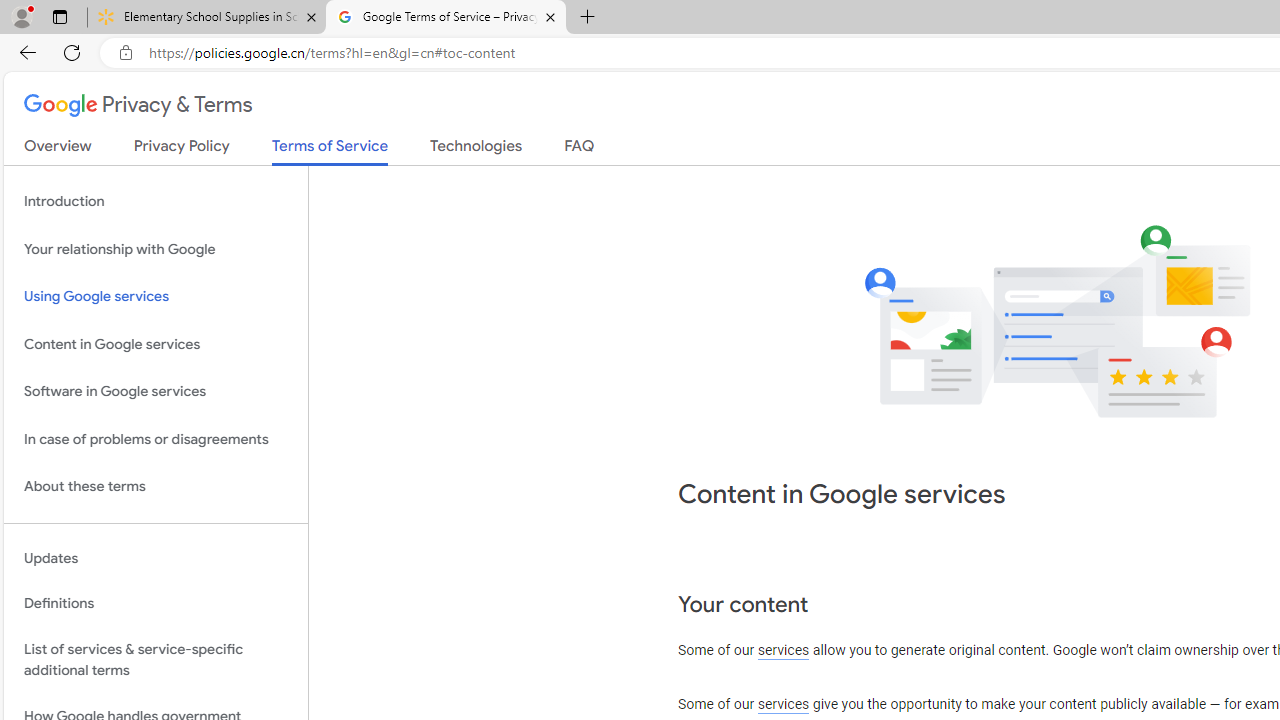 This screenshot has width=1280, height=720. What do you see at coordinates (550, 17) in the screenshot?
I see `'Close tab'` at bounding box center [550, 17].